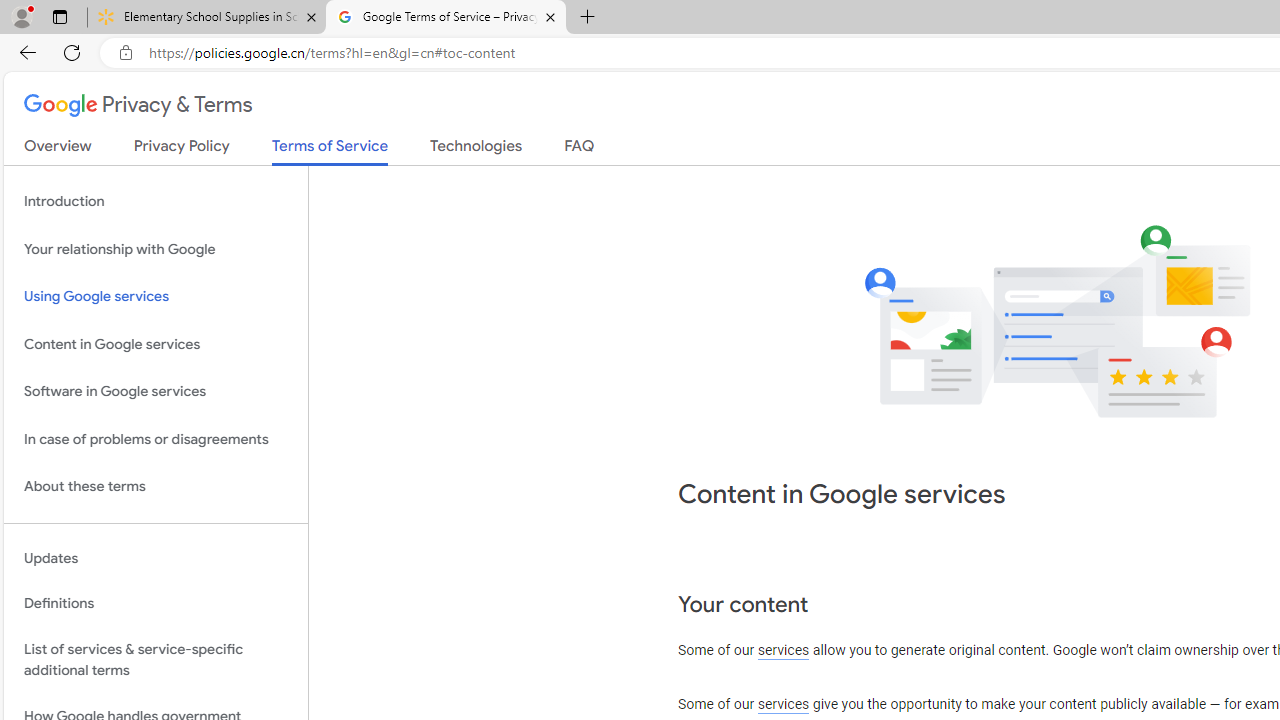 This screenshot has width=1280, height=720. What do you see at coordinates (550, 17) in the screenshot?
I see `'Close tab'` at bounding box center [550, 17].